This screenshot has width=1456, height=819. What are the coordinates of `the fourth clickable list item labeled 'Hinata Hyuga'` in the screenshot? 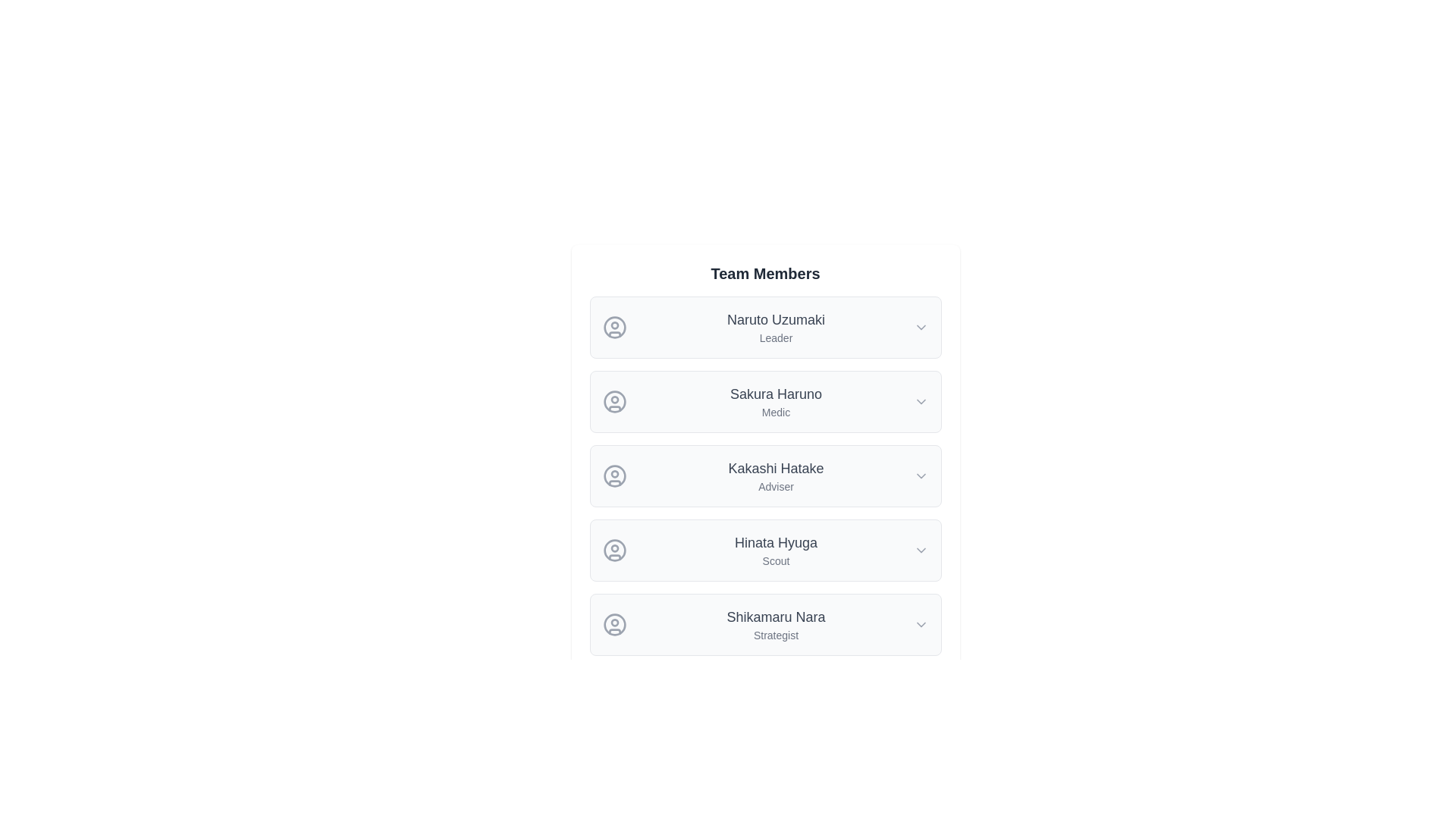 It's located at (765, 550).